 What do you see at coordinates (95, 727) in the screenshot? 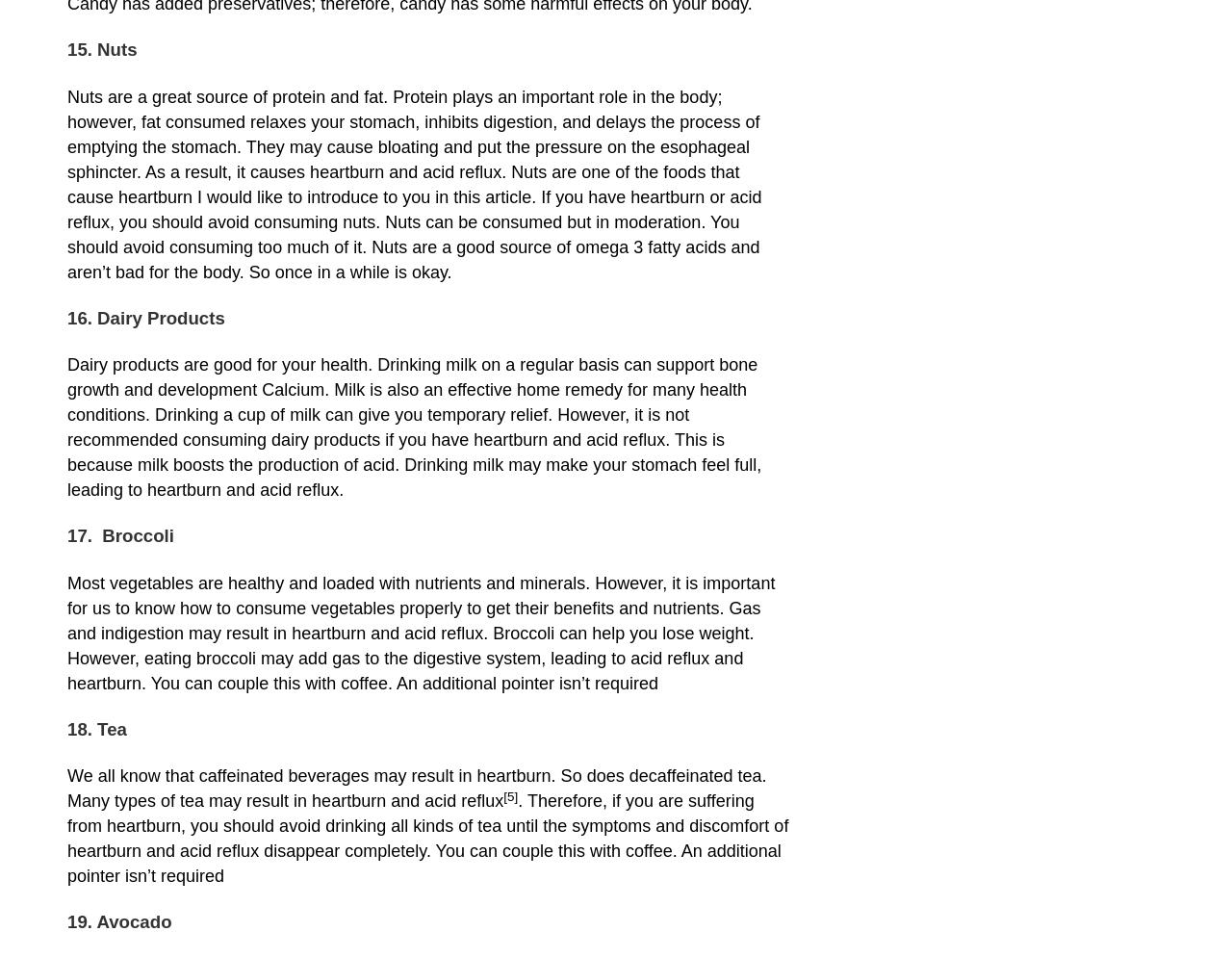
I see `'18. Tea'` at bounding box center [95, 727].